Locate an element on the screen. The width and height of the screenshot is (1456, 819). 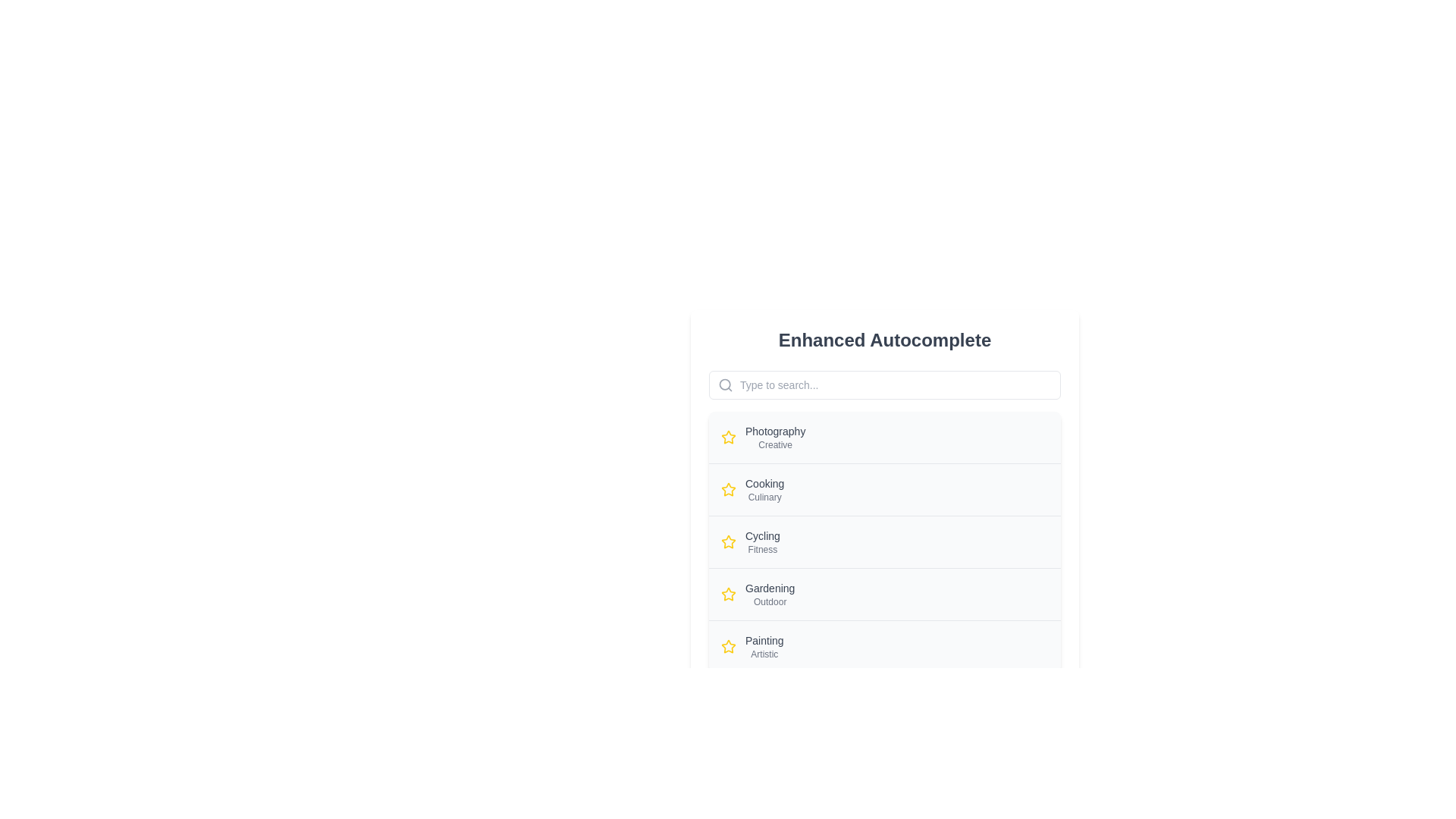
the 'Painting' List Item is located at coordinates (884, 646).